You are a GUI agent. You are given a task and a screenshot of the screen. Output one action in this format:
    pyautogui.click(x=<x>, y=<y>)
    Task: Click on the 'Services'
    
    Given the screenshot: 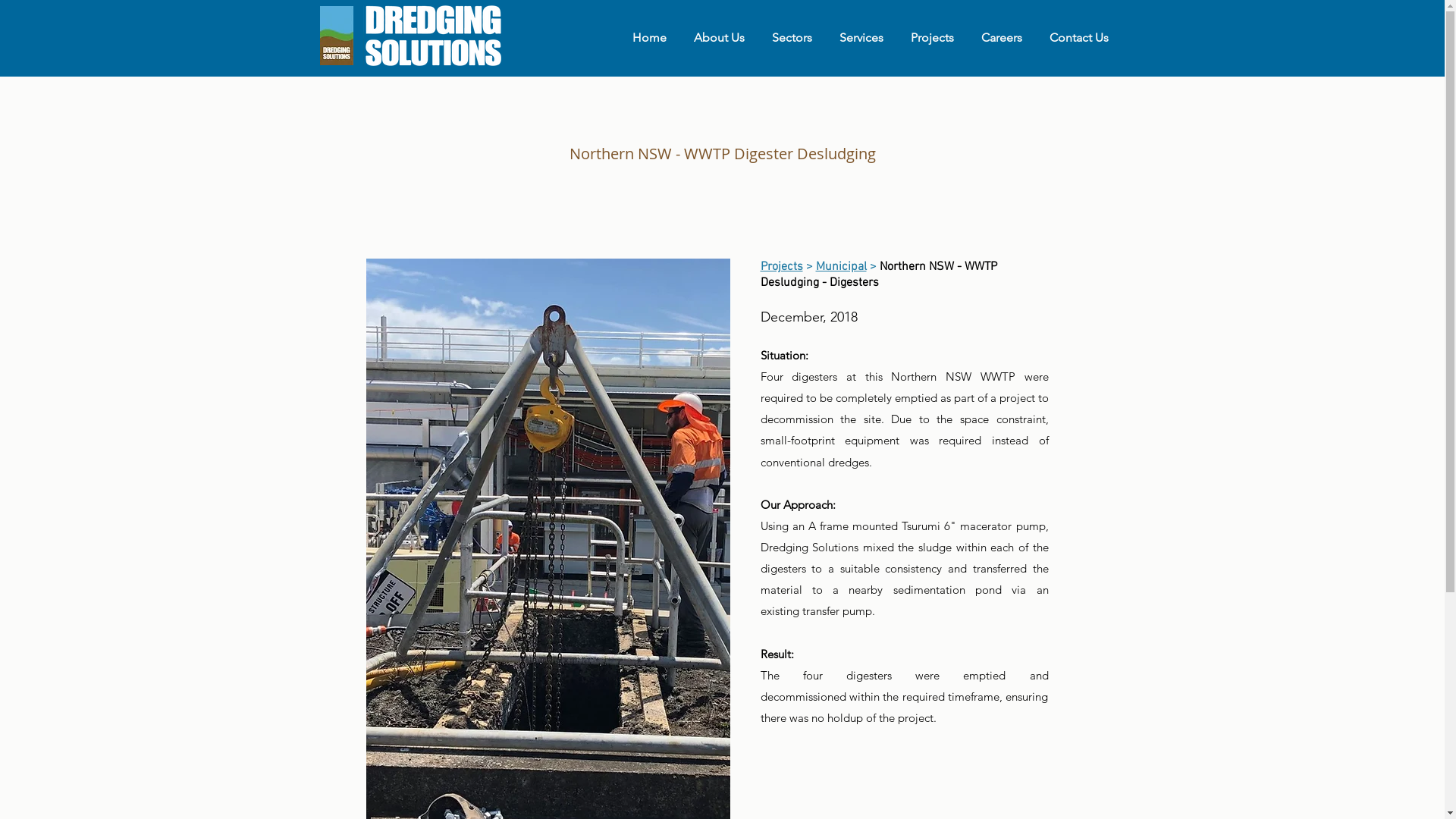 What is the action you would take?
    pyautogui.click(x=866, y=37)
    